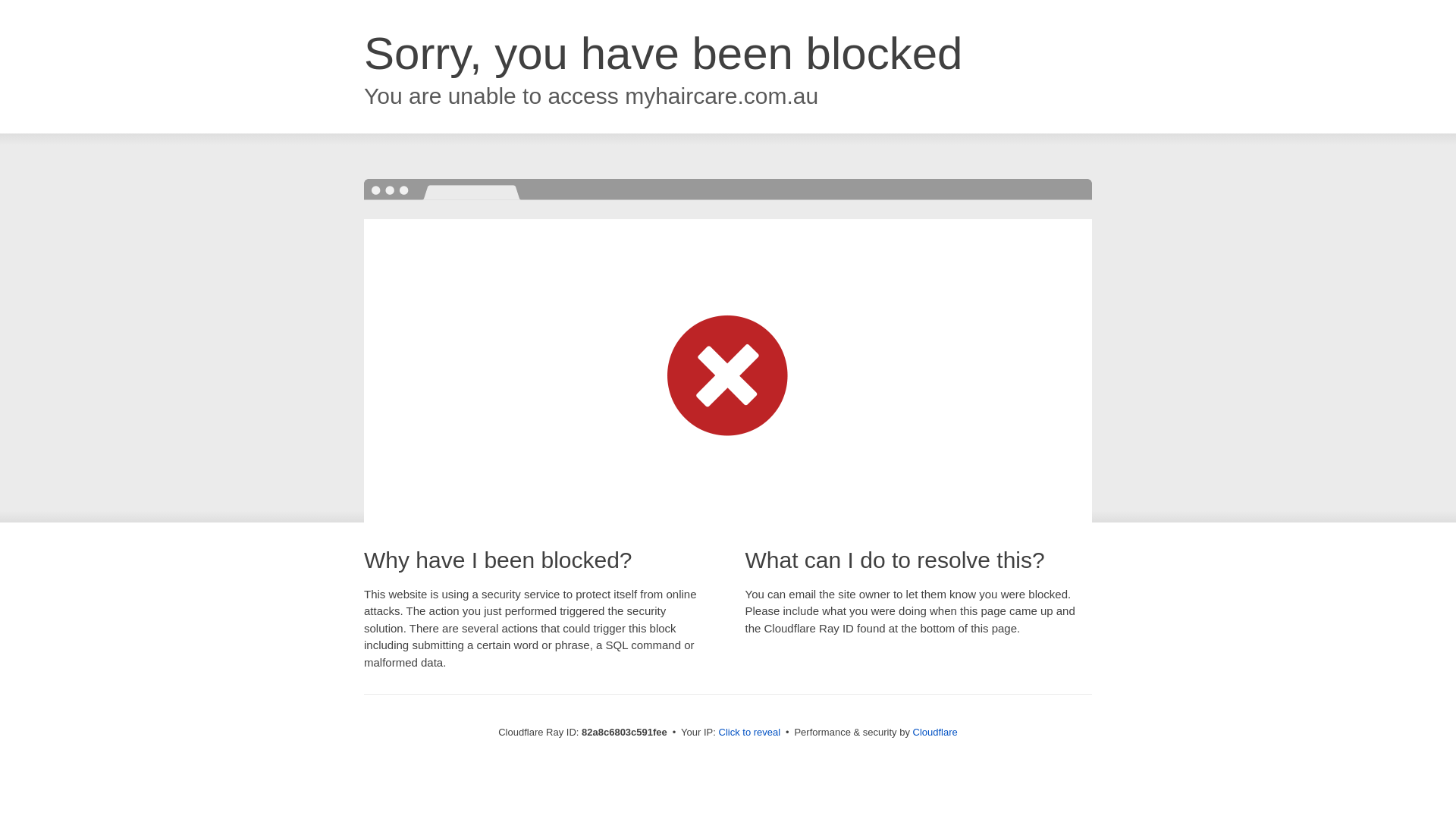  Describe the element at coordinates (749, 731) in the screenshot. I see `'Click to reveal'` at that location.